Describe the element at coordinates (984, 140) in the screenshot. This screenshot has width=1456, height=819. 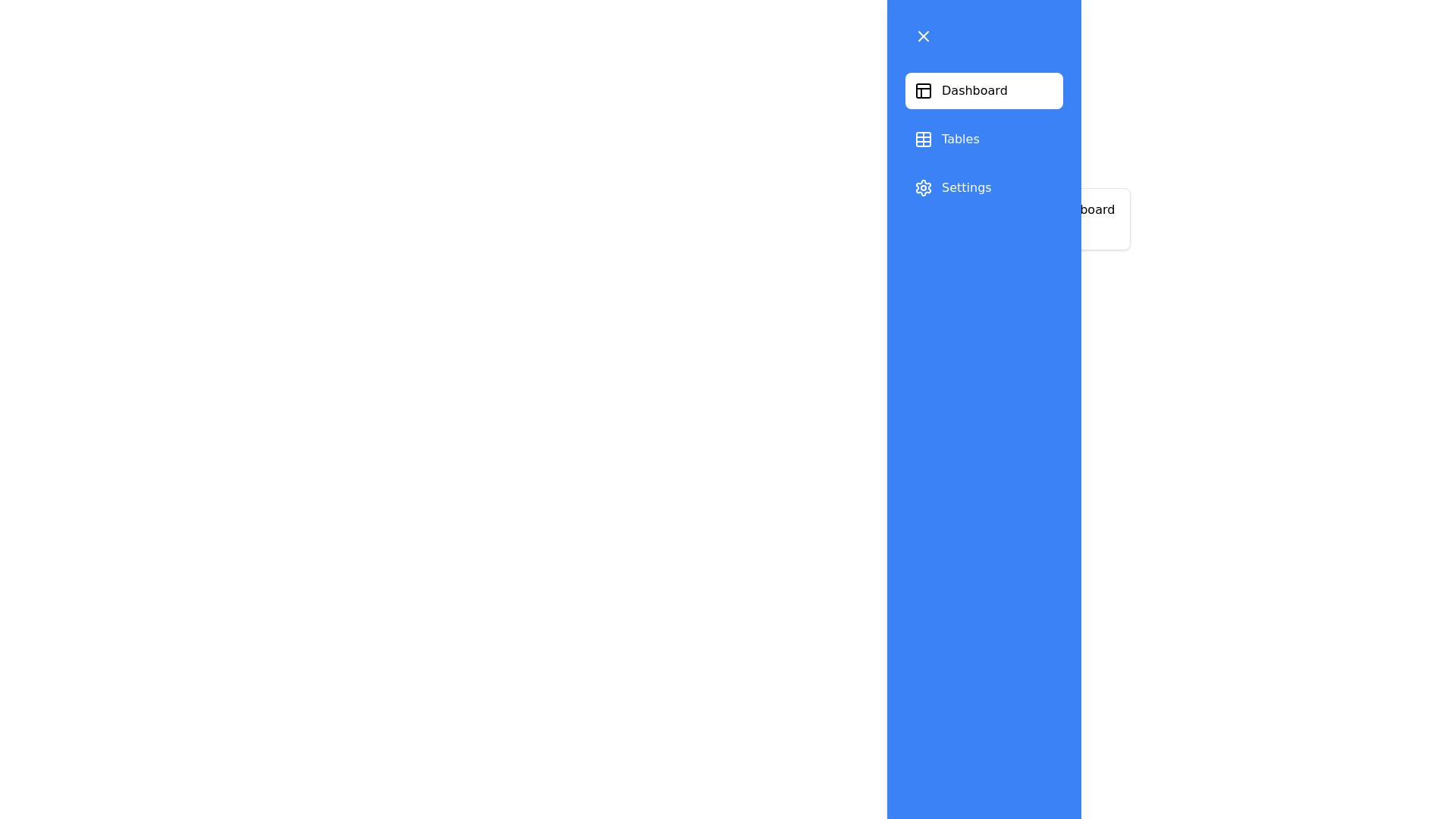
I see `the section labeled 'Tables' to observe the hover effect` at that location.